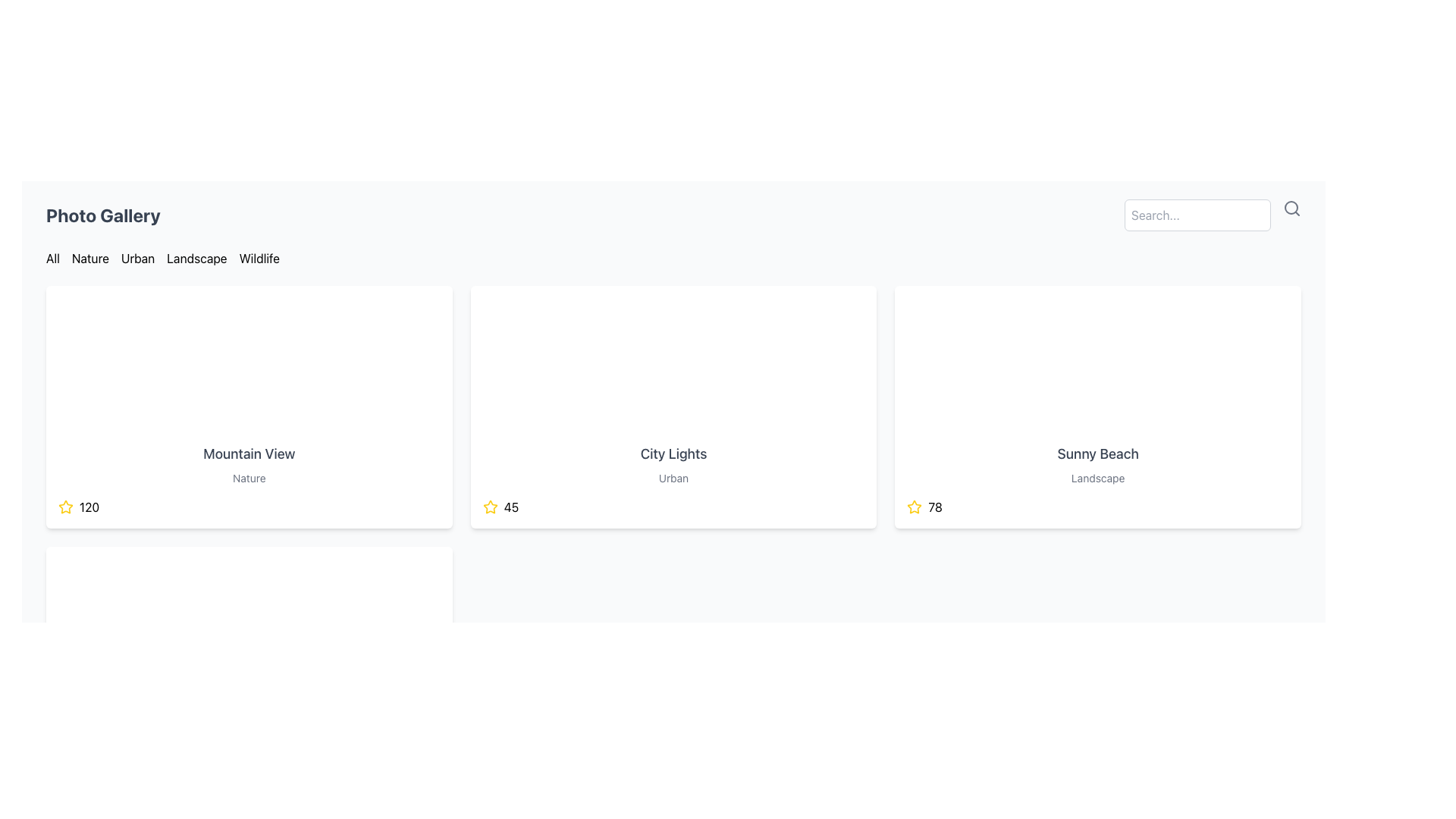  What do you see at coordinates (259, 257) in the screenshot?
I see `the clickable text link labeled 'Wildlife' in the horizontal navigation menu located beneath the 'Photo Gallery' title` at bounding box center [259, 257].